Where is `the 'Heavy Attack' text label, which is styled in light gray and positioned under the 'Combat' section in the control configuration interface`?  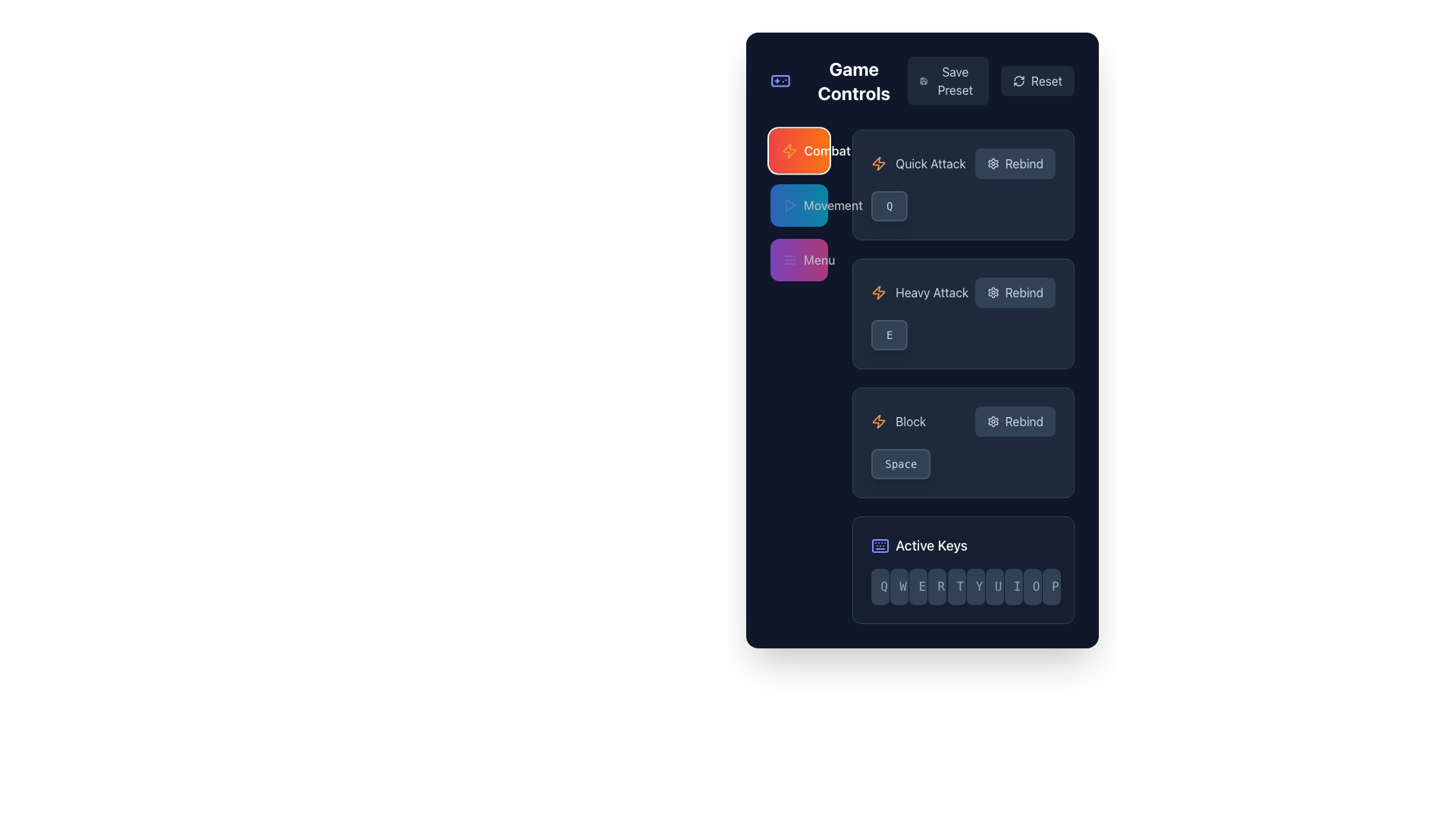
the 'Heavy Attack' text label, which is styled in light gray and positioned under the 'Combat' section in the control configuration interface is located at coordinates (931, 292).